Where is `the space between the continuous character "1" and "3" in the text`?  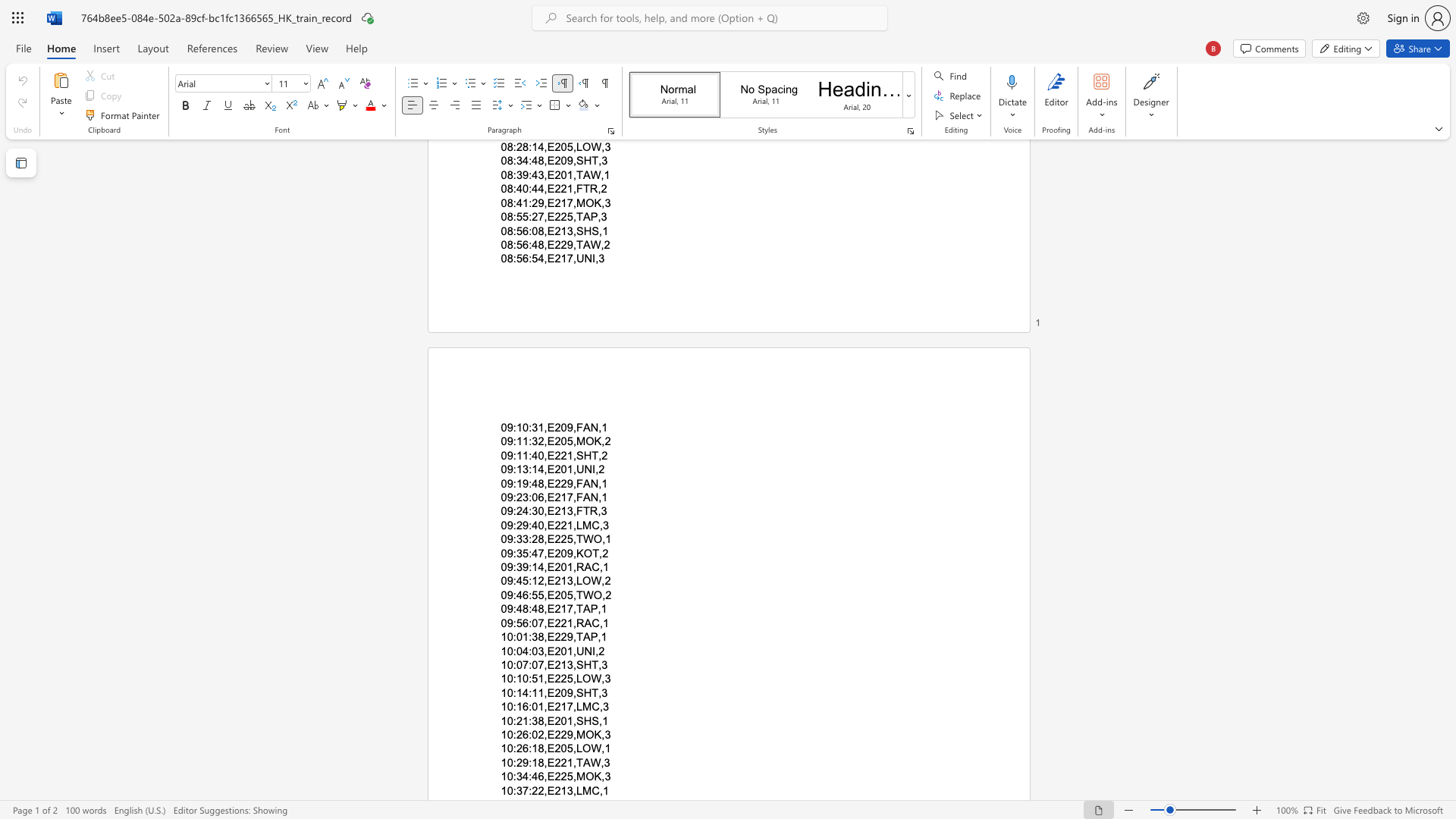
the space between the continuous character "1" and "3" in the text is located at coordinates (522, 469).